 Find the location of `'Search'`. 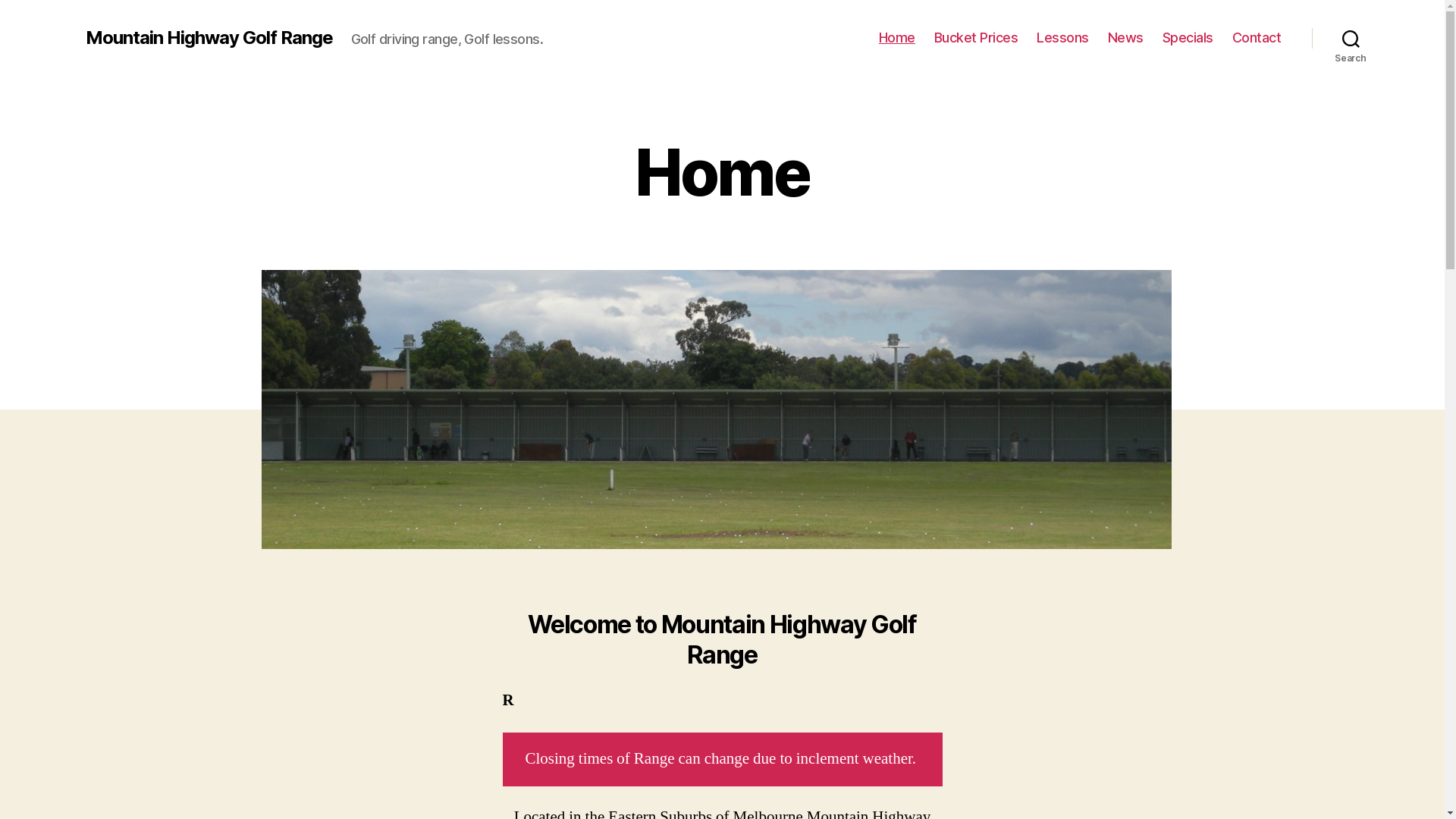

'Search' is located at coordinates (1310, 37).